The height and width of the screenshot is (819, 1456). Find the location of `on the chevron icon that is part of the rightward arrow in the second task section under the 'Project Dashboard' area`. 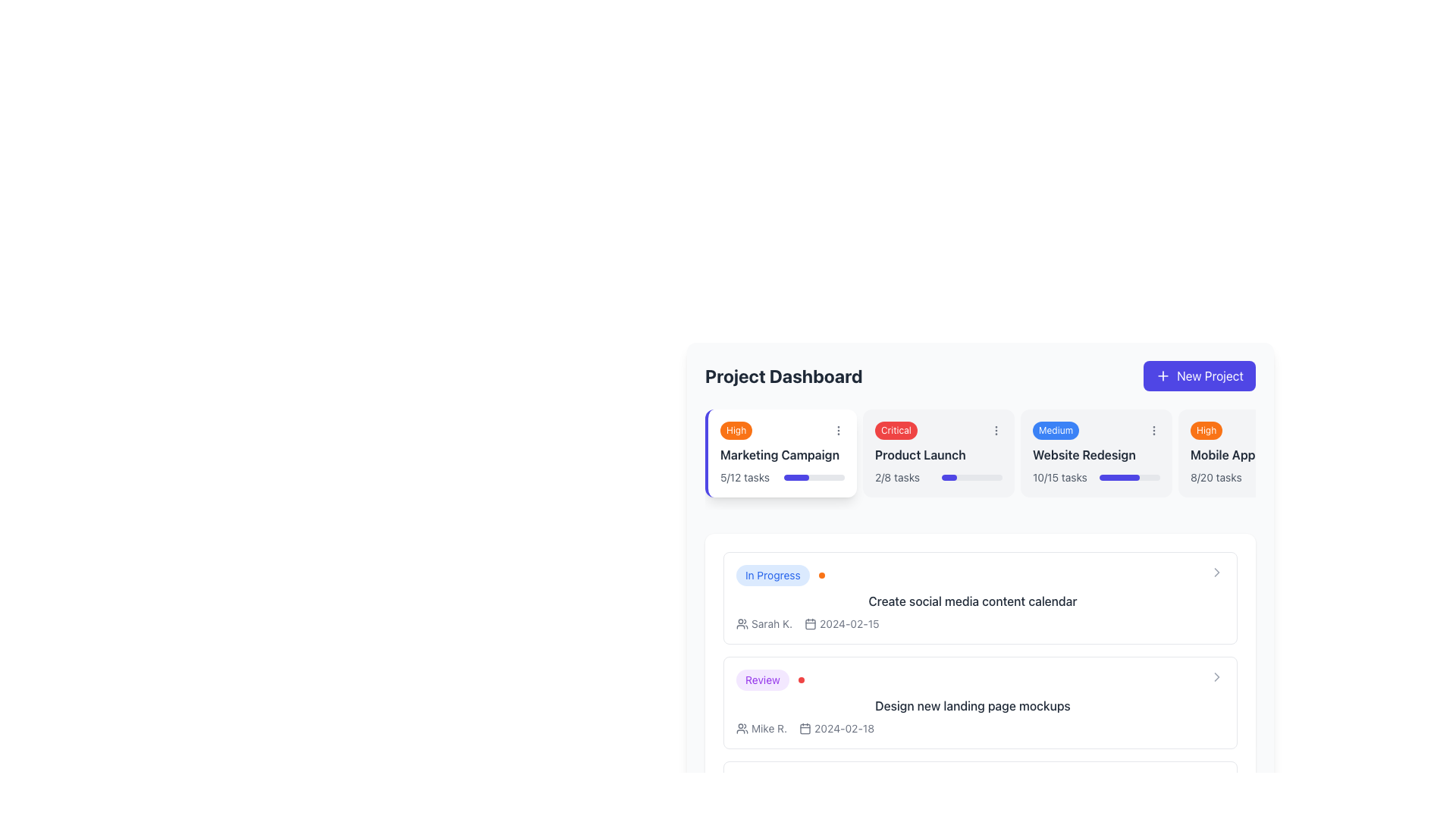

on the chevron icon that is part of the rightward arrow in the second task section under the 'Project Dashboard' area is located at coordinates (1216, 676).